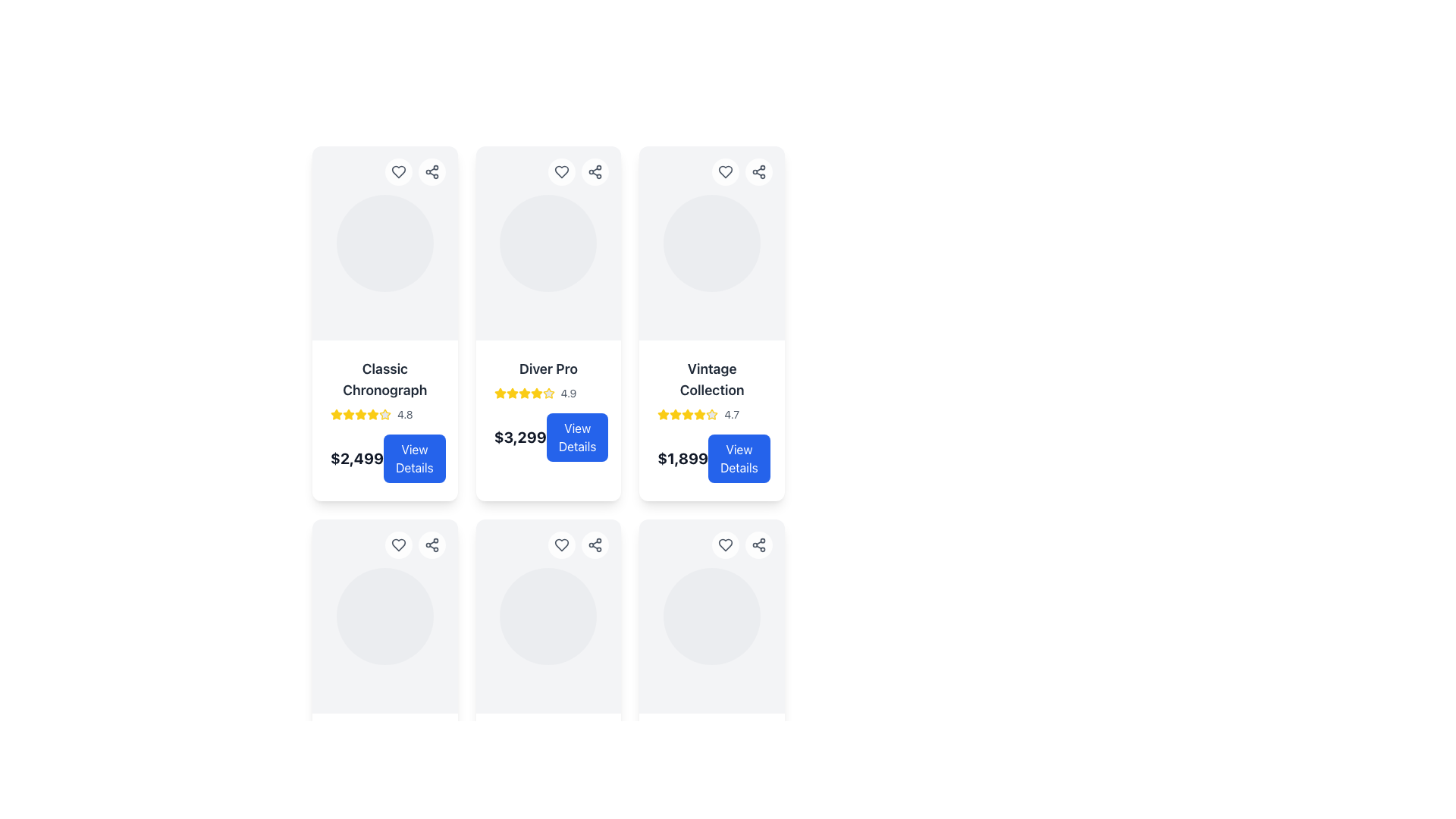 The height and width of the screenshot is (819, 1456). I want to click on the heart-shaped icon button in the top-right corner of the 'Diver Pro' product card, so click(561, 171).